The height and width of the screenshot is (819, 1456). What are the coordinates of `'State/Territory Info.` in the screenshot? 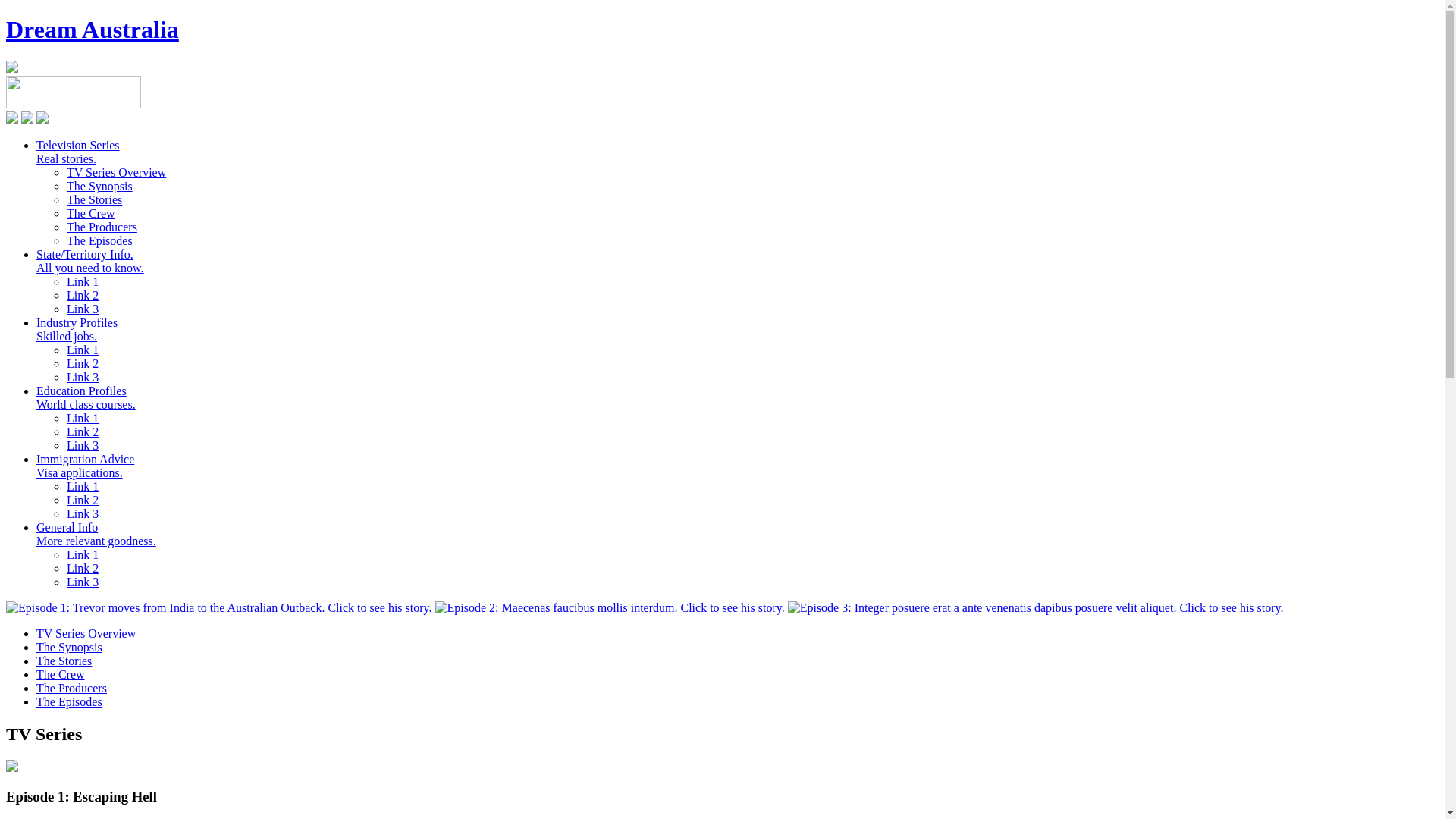 It's located at (36, 260).